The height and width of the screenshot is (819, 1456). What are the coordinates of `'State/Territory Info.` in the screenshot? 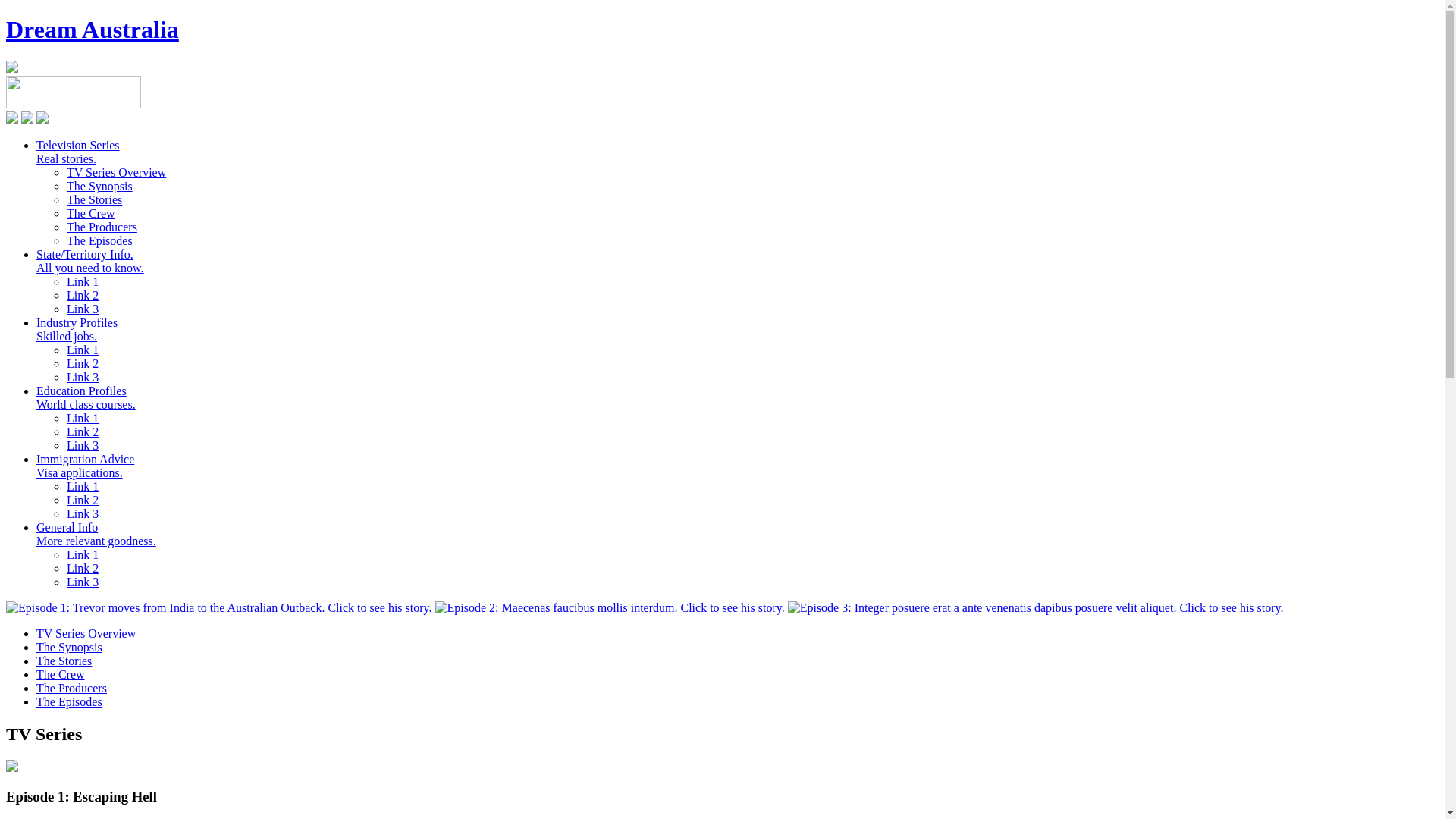 It's located at (36, 260).